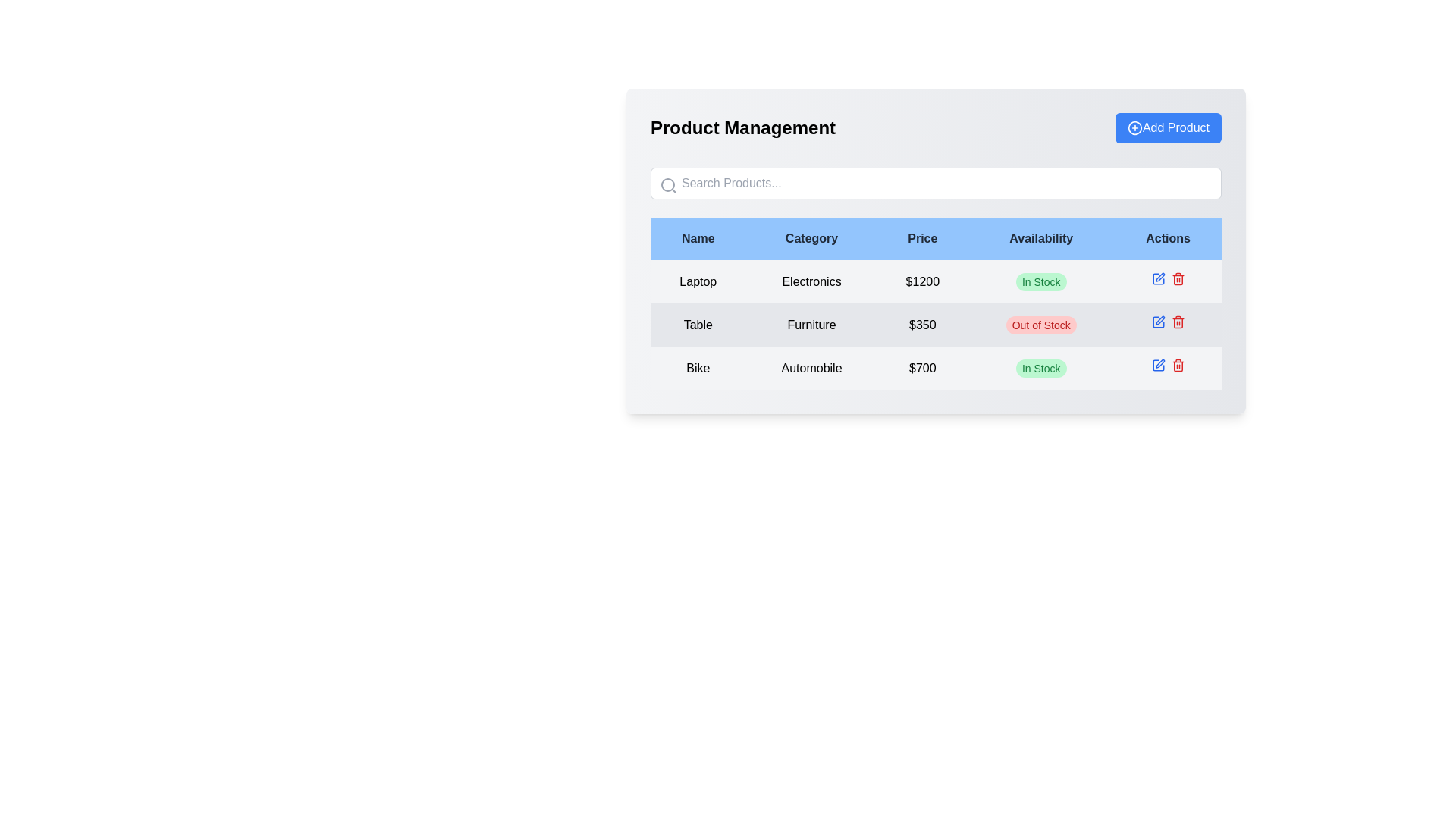 This screenshot has width=1456, height=819. Describe the element at coordinates (1177, 321) in the screenshot. I see `the red trash bin icon in the 'Actions' column` at that location.